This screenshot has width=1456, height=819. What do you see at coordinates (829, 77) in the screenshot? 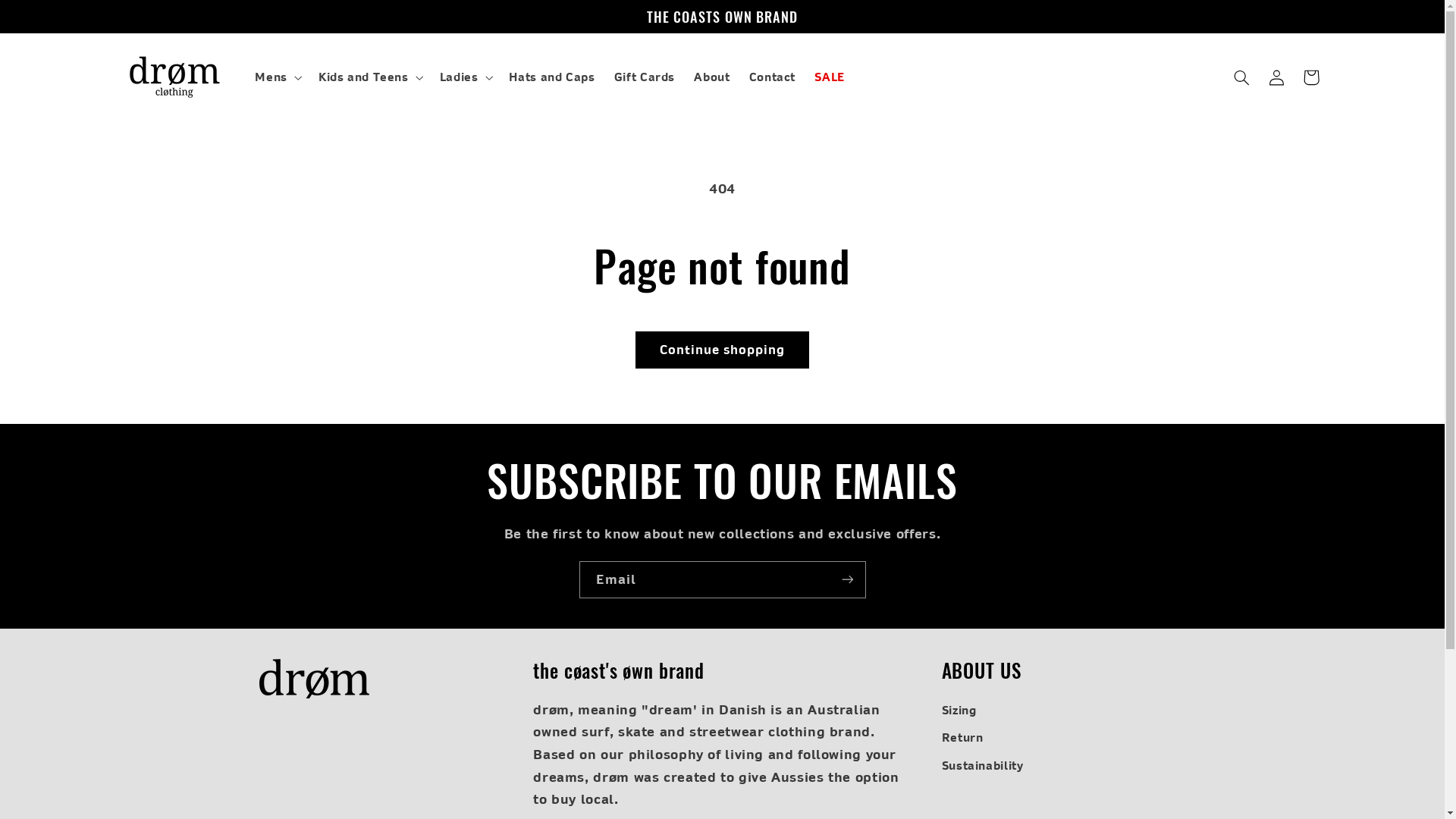
I see `'SALE'` at bounding box center [829, 77].